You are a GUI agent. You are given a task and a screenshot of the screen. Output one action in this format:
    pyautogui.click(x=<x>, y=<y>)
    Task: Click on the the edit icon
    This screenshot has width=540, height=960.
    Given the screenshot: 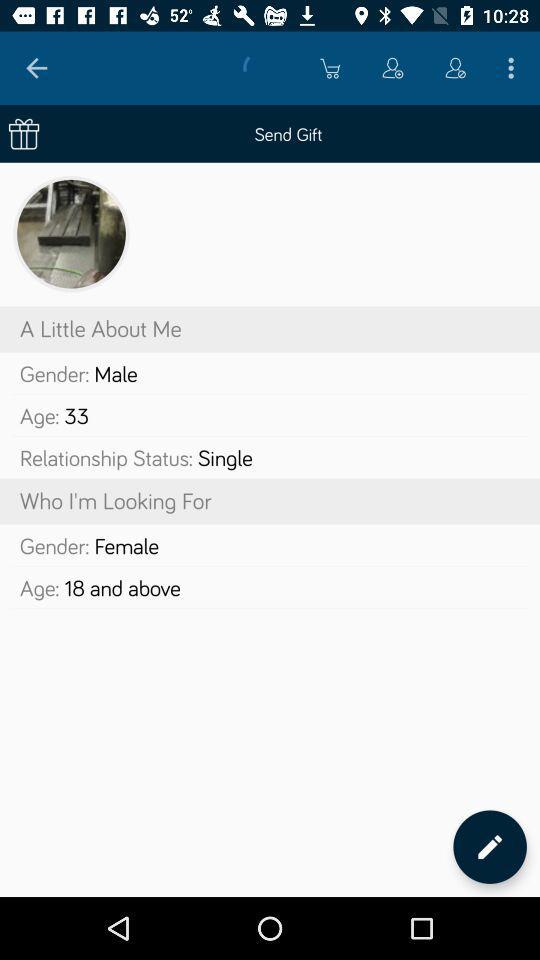 What is the action you would take?
    pyautogui.click(x=489, y=846)
    